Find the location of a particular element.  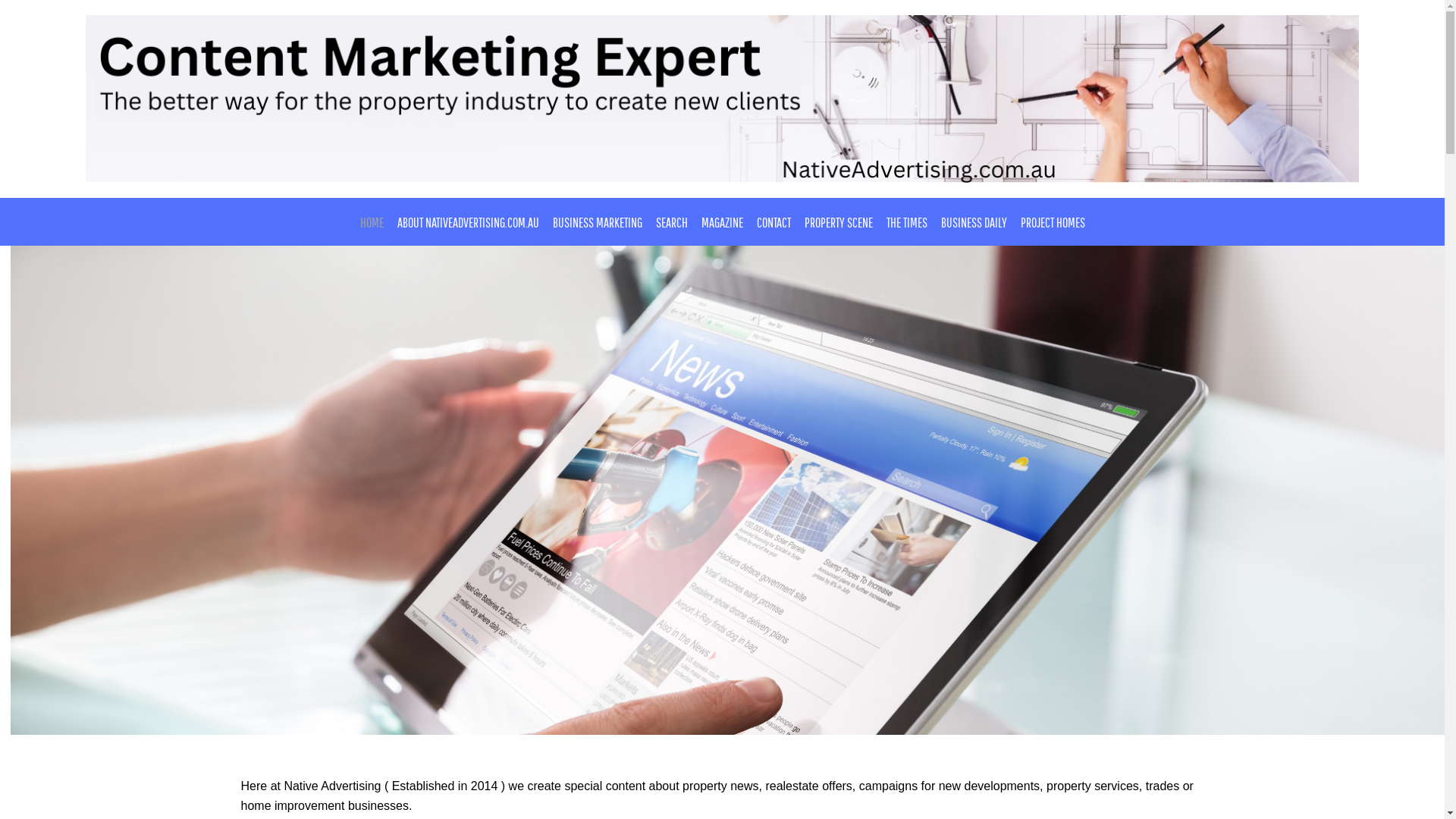

'PROPERTY SCENE' is located at coordinates (837, 222).